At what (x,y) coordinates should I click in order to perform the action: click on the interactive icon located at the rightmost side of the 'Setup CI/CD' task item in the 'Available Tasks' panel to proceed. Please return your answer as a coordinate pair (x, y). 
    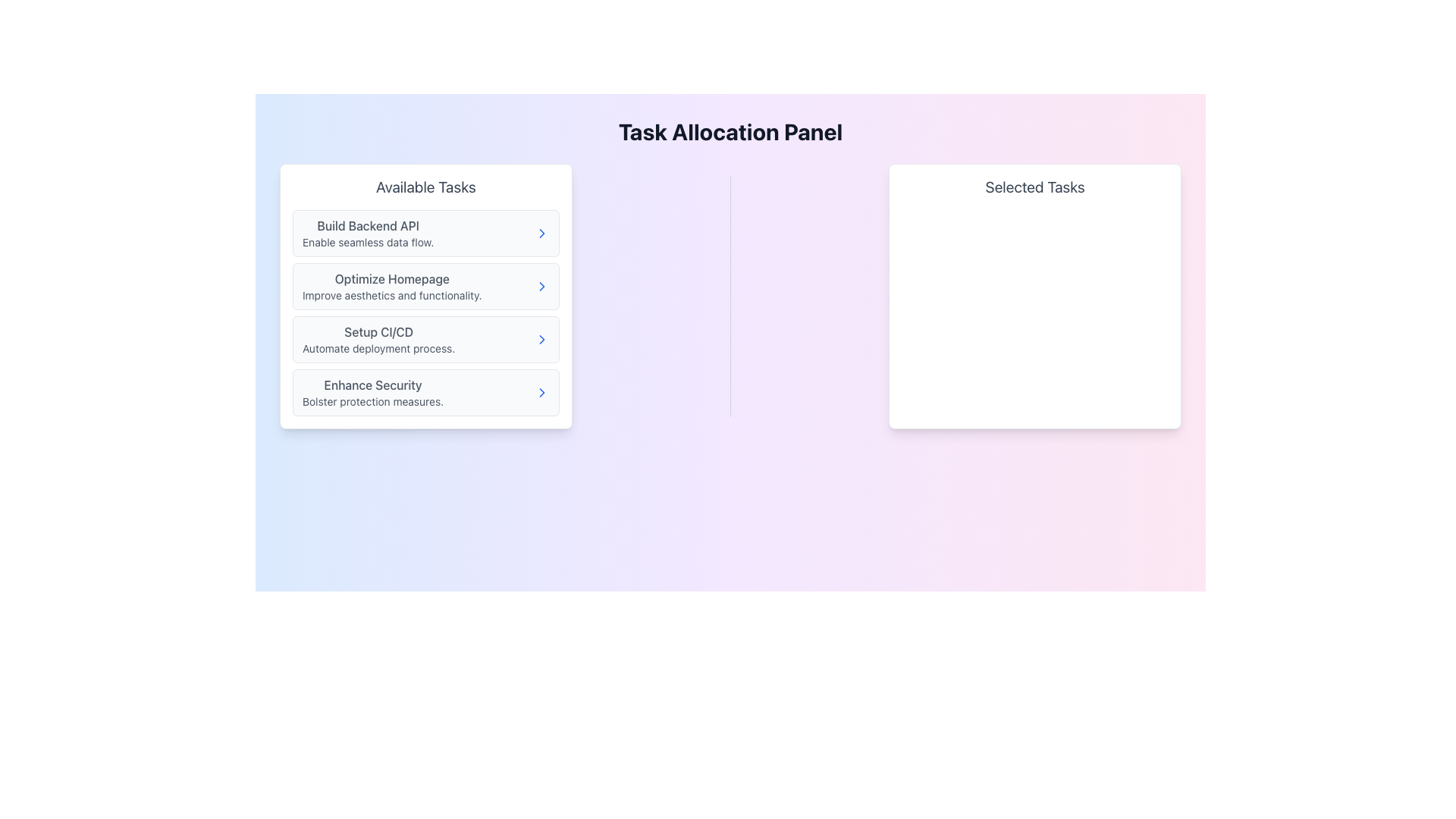
    Looking at the image, I should click on (541, 338).